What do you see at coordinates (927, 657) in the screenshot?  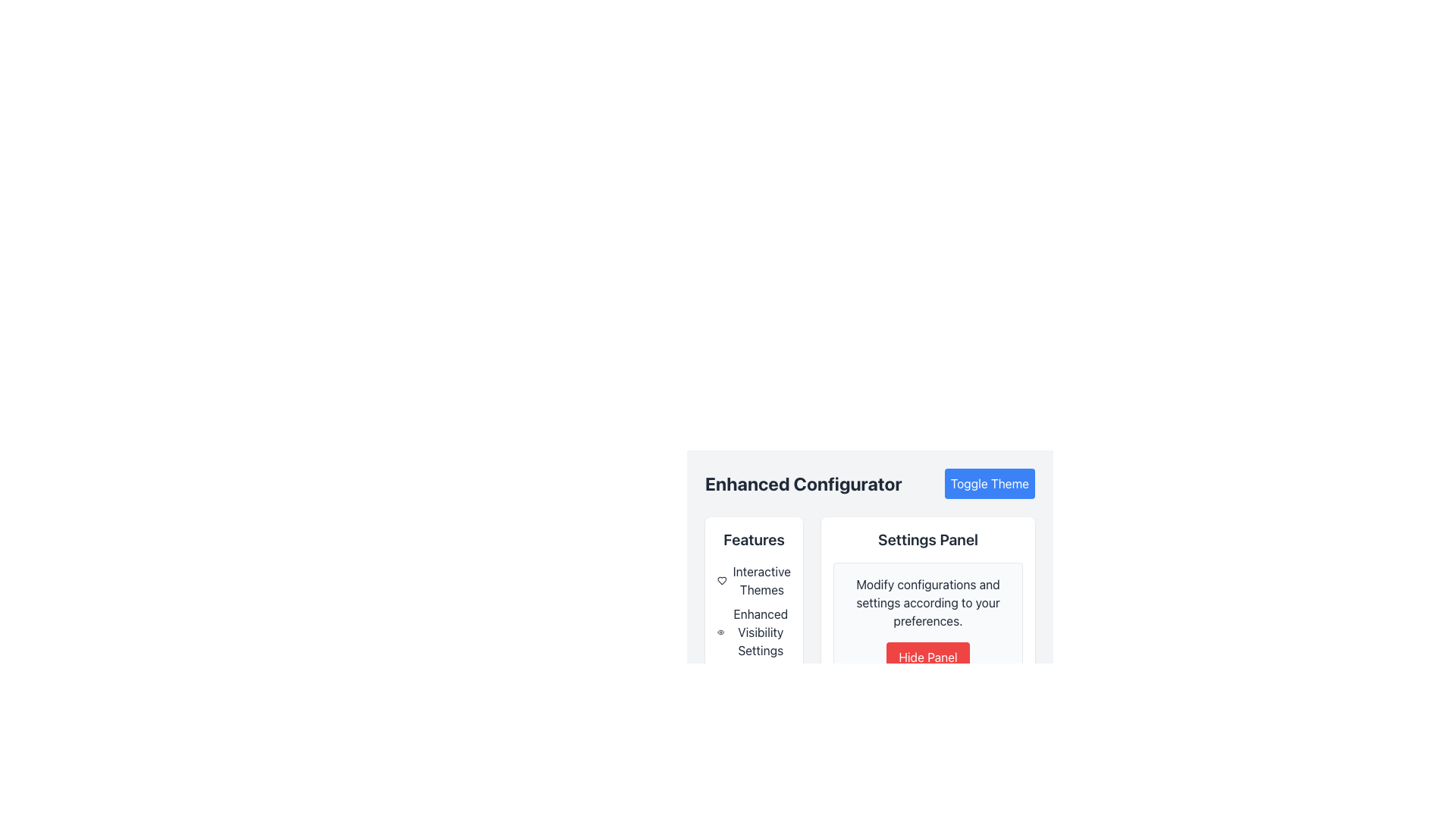 I see `the button located at the bottom of the 'Modify configurations and settings according to your preferences.' text section within the 'Settings Panel'` at bounding box center [927, 657].